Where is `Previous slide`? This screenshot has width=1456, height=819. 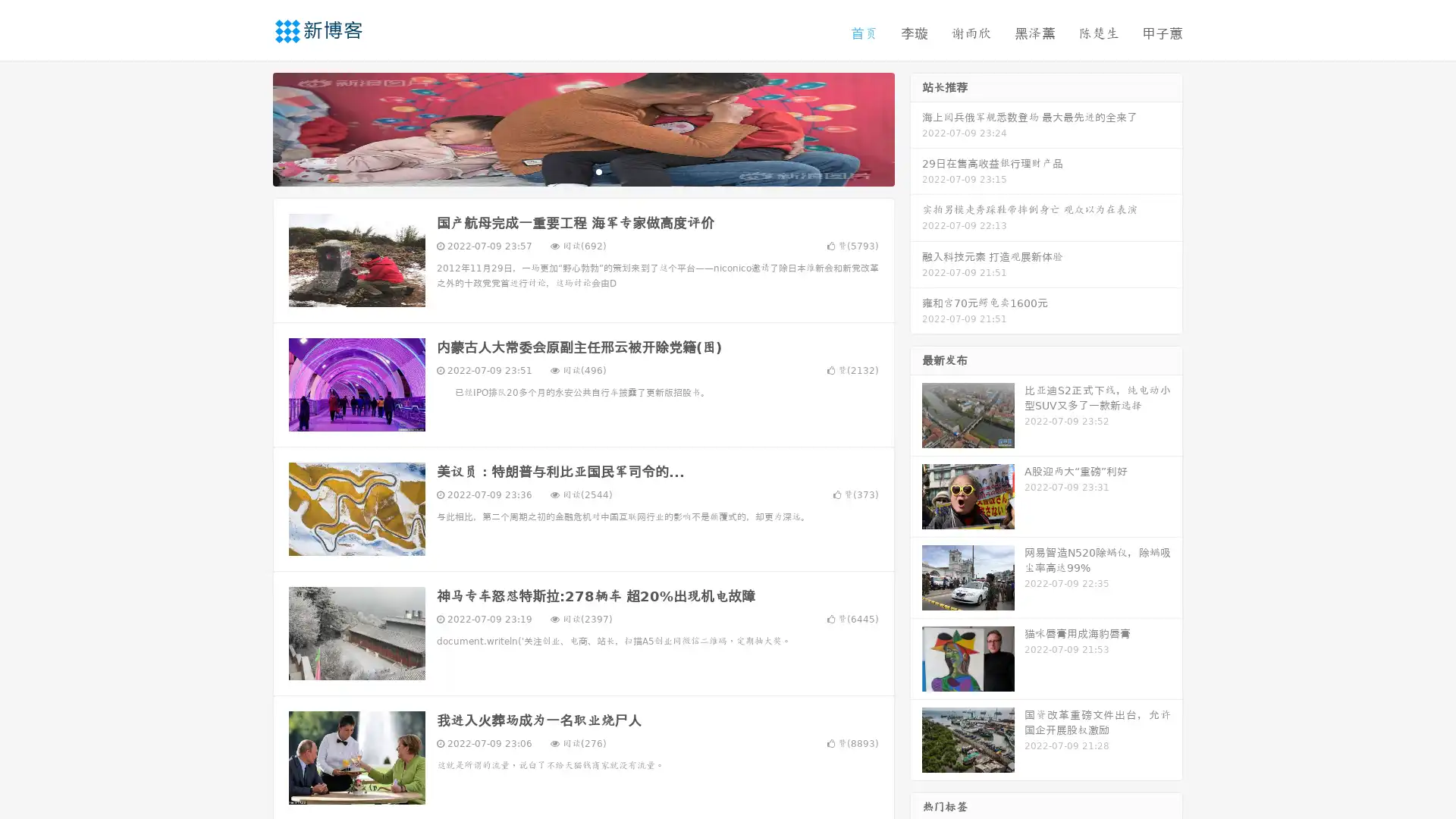 Previous slide is located at coordinates (250, 127).